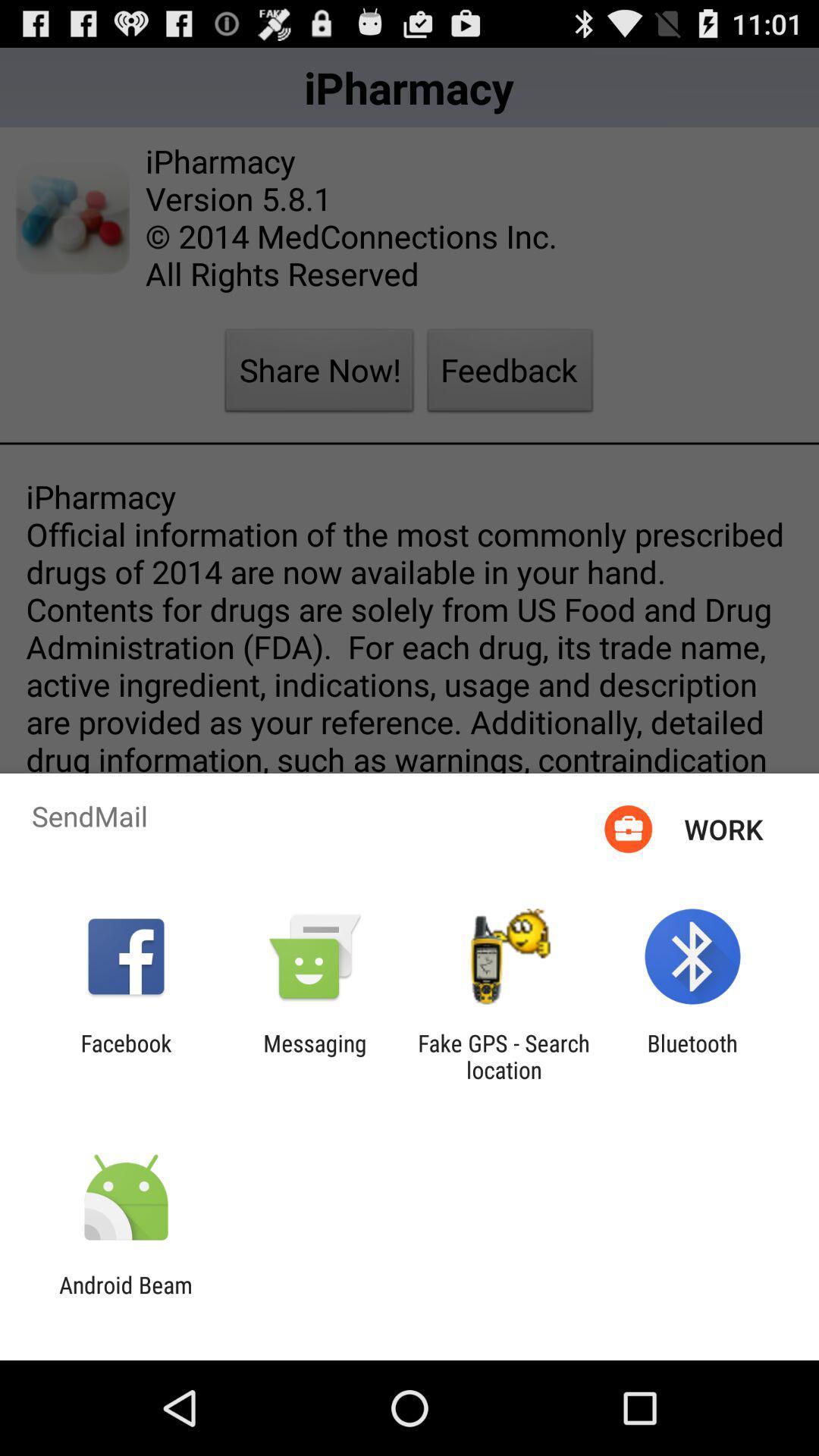 The width and height of the screenshot is (819, 1456). I want to click on facebook, so click(125, 1056).